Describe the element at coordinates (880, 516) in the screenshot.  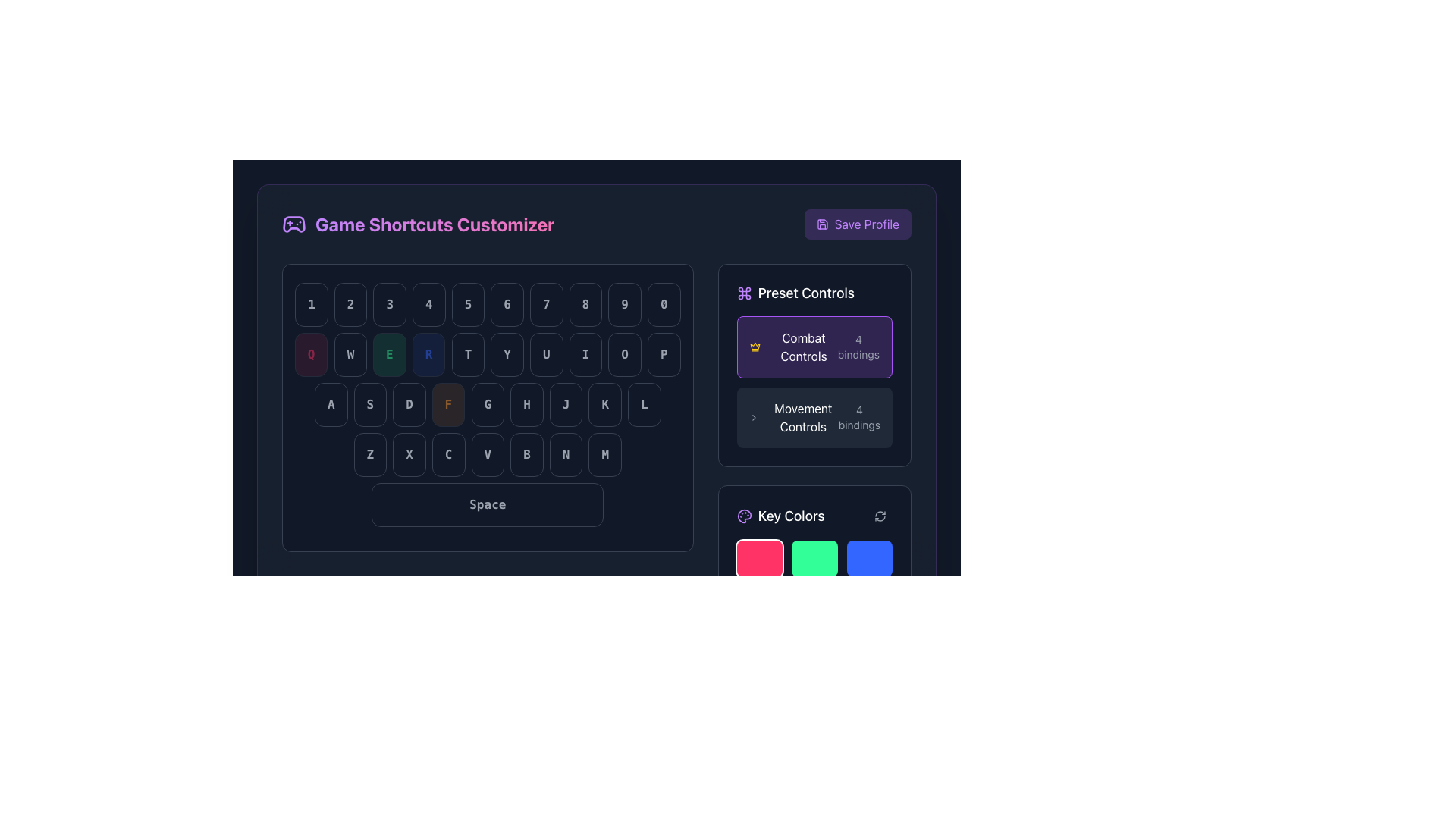
I see `the refresh icon button in the bottom-right corner of the 'Key Colors' panel` at that location.